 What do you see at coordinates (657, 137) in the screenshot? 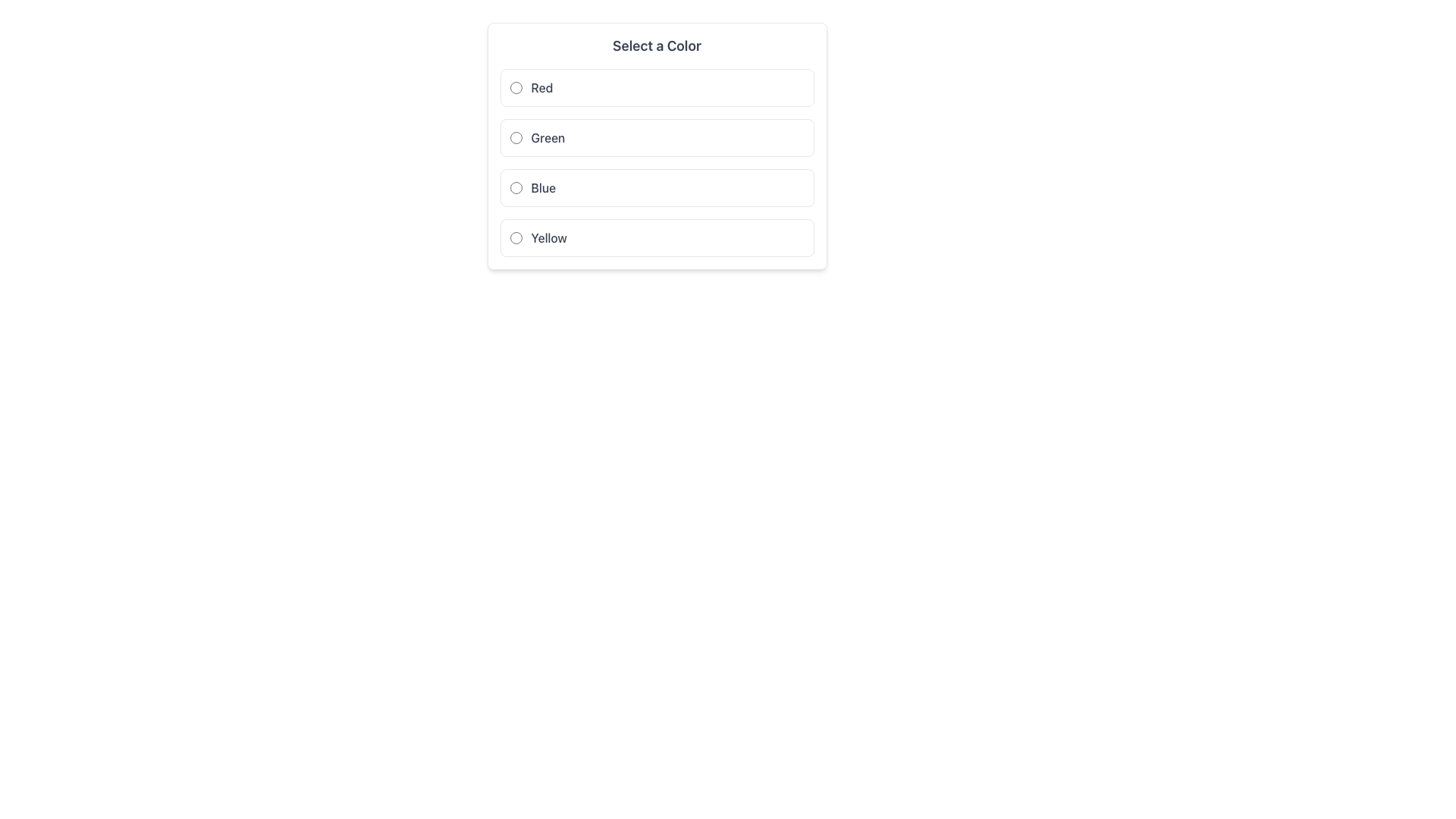
I see `the radio button` at bounding box center [657, 137].